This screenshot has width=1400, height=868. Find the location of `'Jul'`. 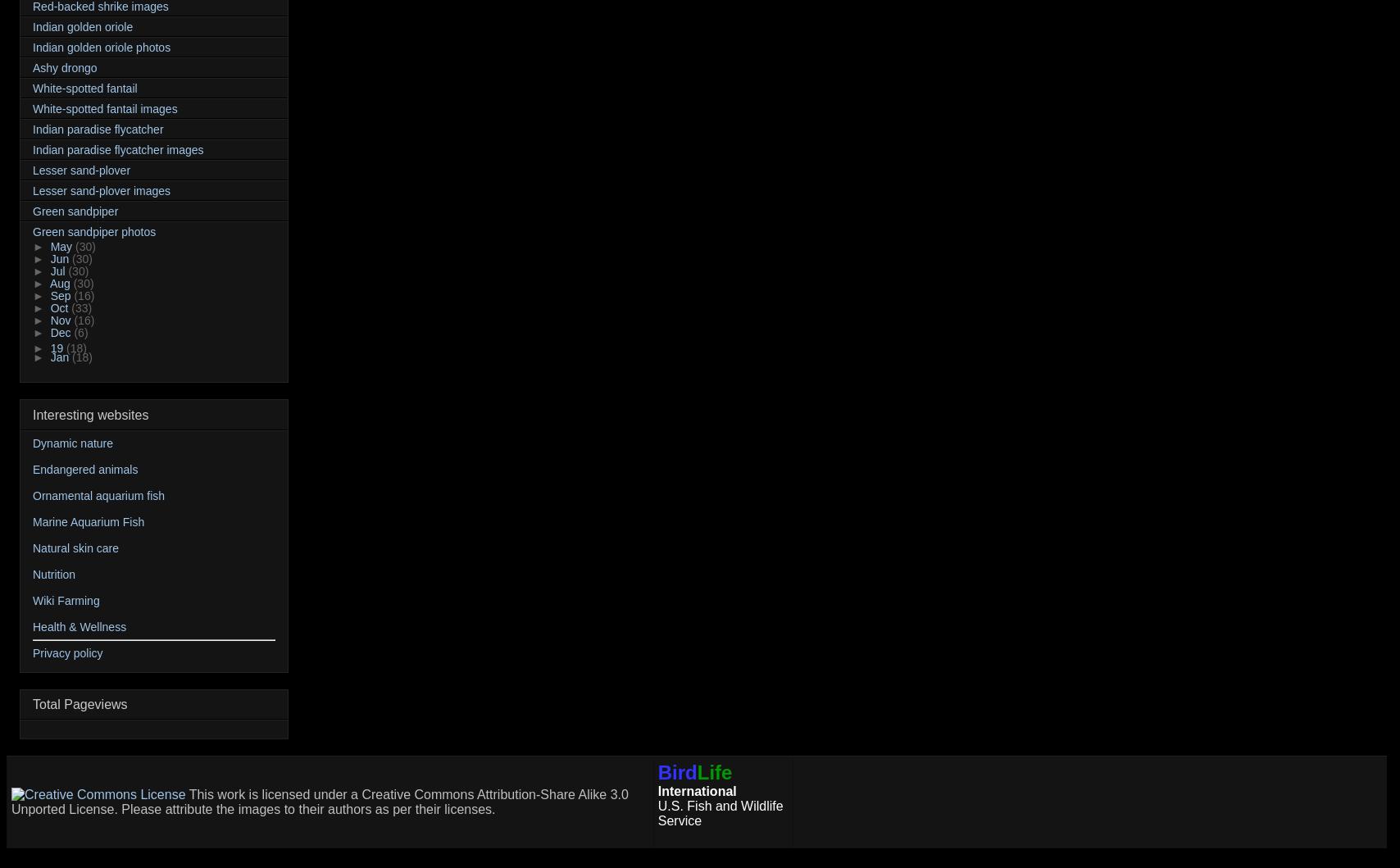

'Jul' is located at coordinates (59, 270).